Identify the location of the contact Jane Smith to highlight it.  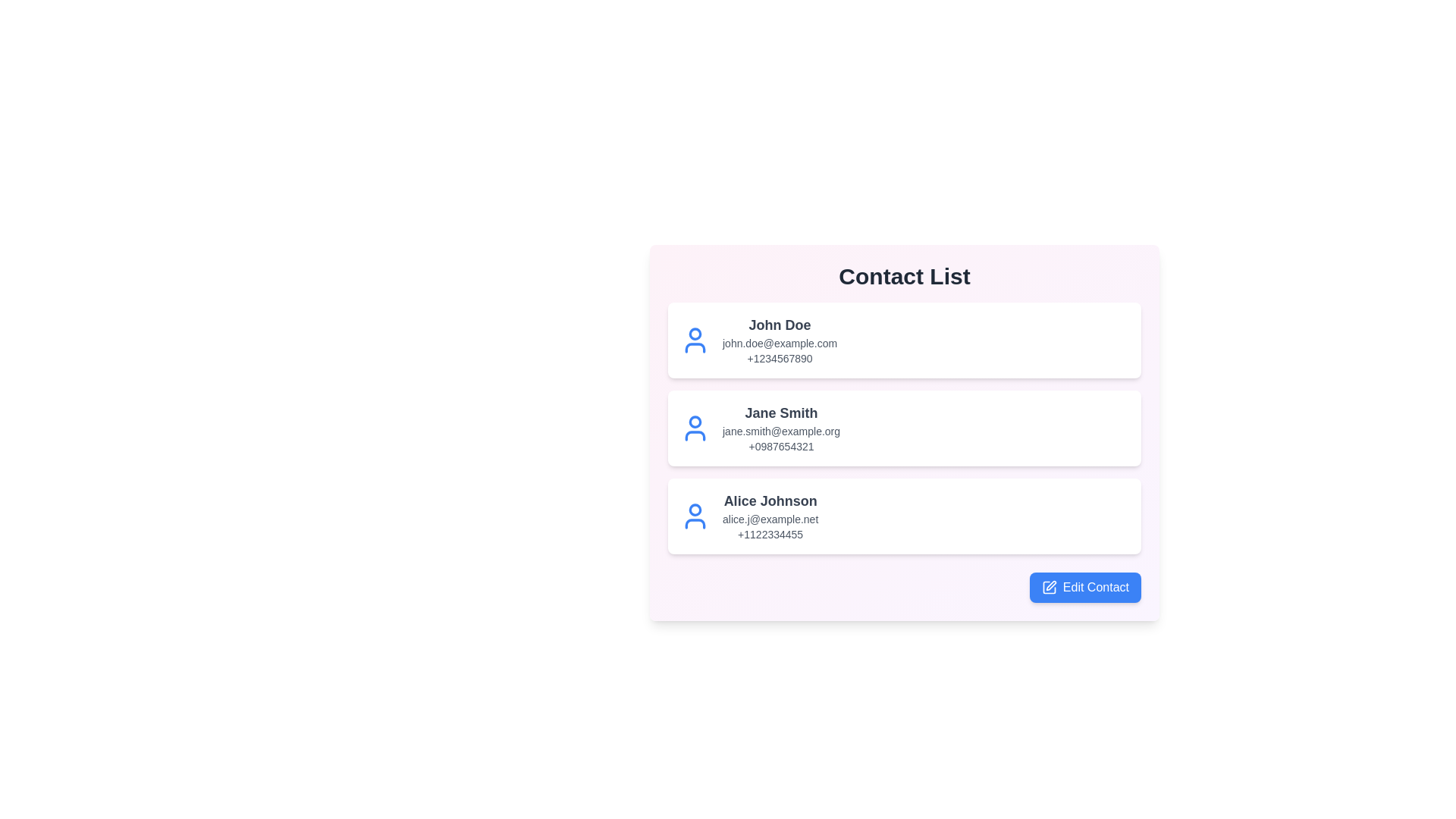
(905, 428).